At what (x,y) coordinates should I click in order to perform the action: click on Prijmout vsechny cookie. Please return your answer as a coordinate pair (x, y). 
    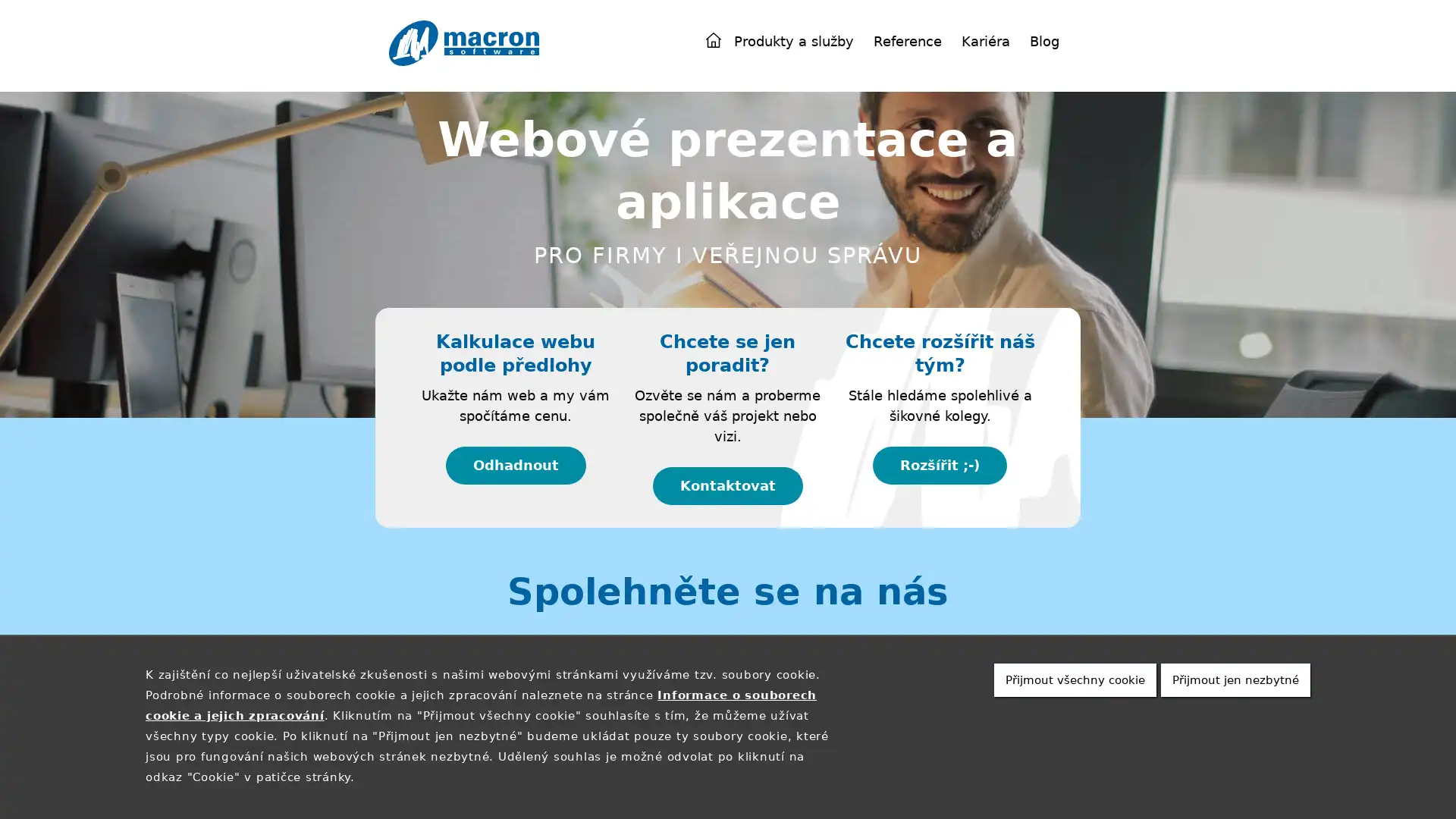
    Looking at the image, I should click on (1074, 679).